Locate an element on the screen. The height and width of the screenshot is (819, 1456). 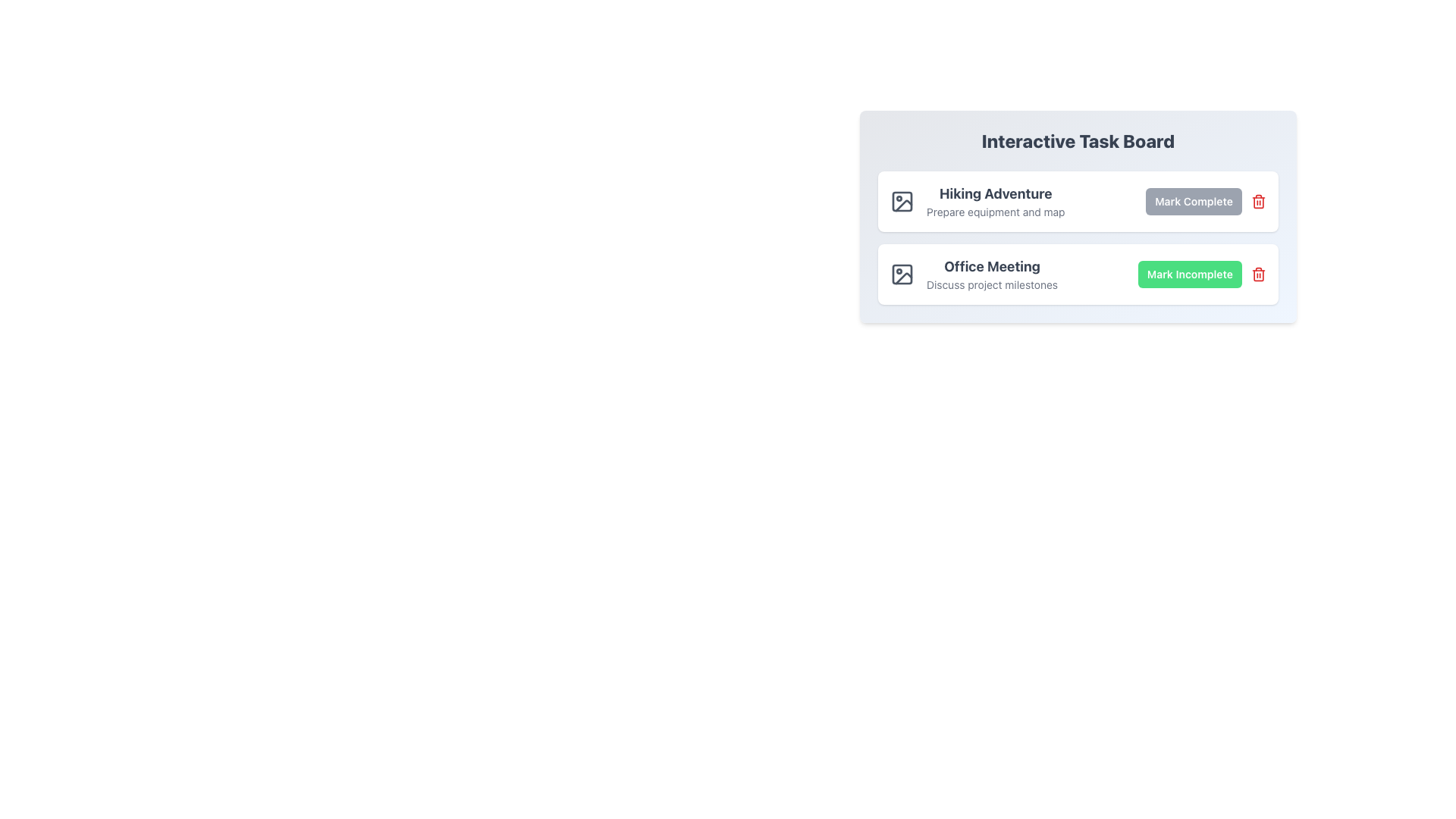
the delete button (trash icon) located at the far right of the second row of the list is located at coordinates (1259, 275).